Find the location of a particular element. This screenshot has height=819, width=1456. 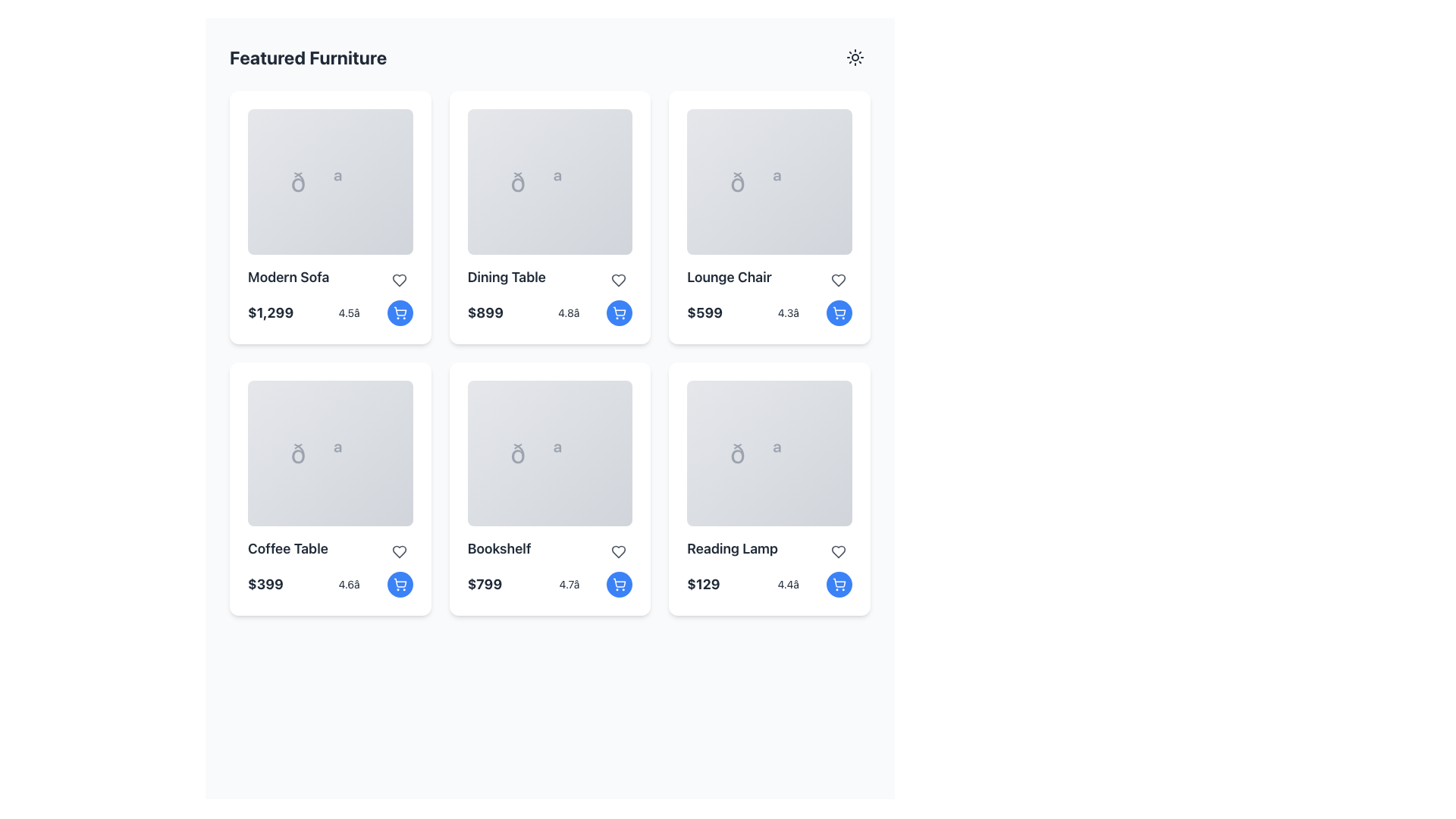

the 'Favorite' button in the top-right corner of the 'Modern Sofa' card to mark it as a favorite is located at coordinates (399, 281).